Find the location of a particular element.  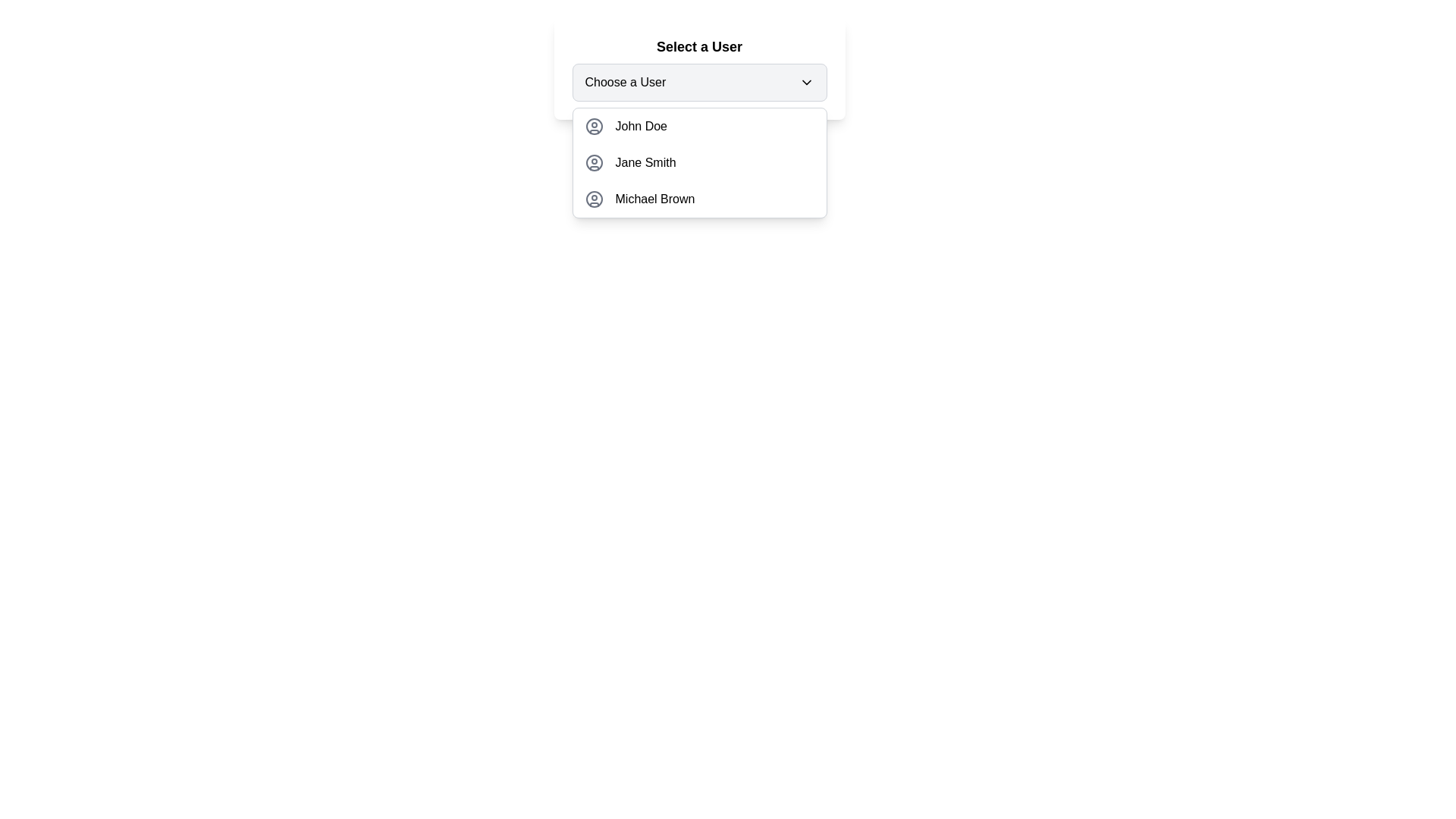

the outermost SVG Circle is located at coordinates (593, 125).